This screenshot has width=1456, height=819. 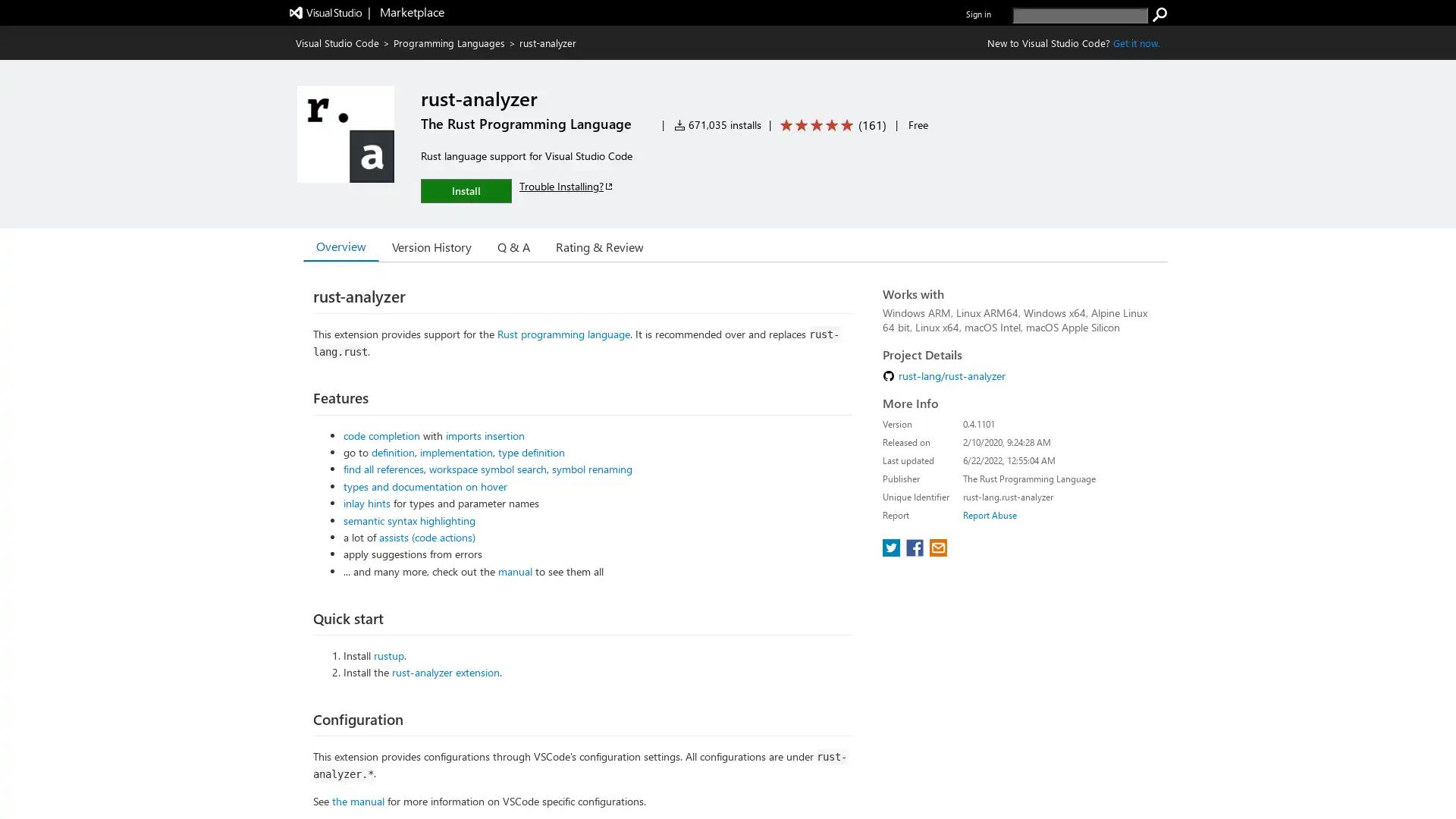 I want to click on Rating & Review, so click(x=599, y=245).